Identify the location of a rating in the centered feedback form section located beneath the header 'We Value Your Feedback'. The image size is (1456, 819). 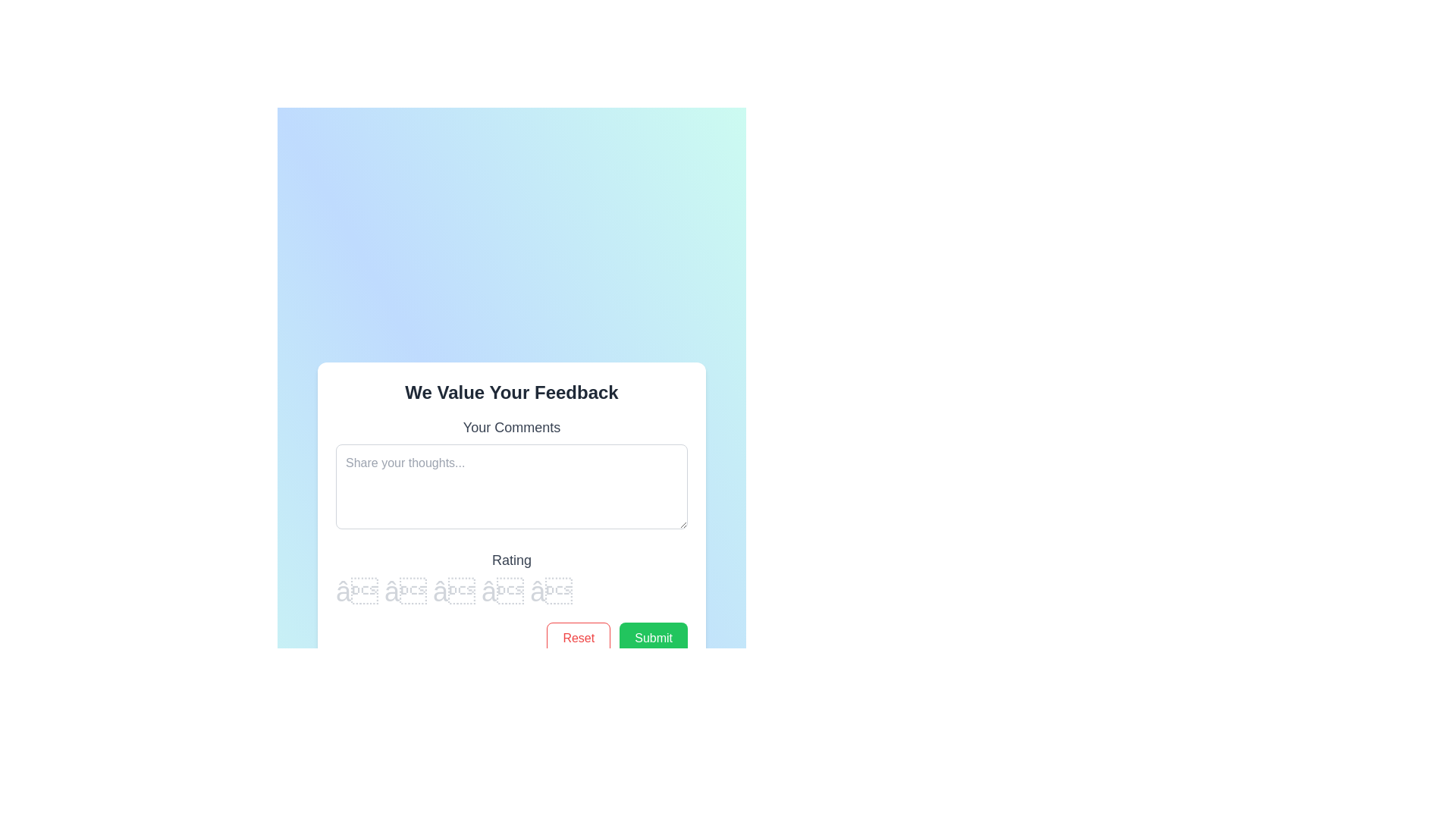
(512, 534).